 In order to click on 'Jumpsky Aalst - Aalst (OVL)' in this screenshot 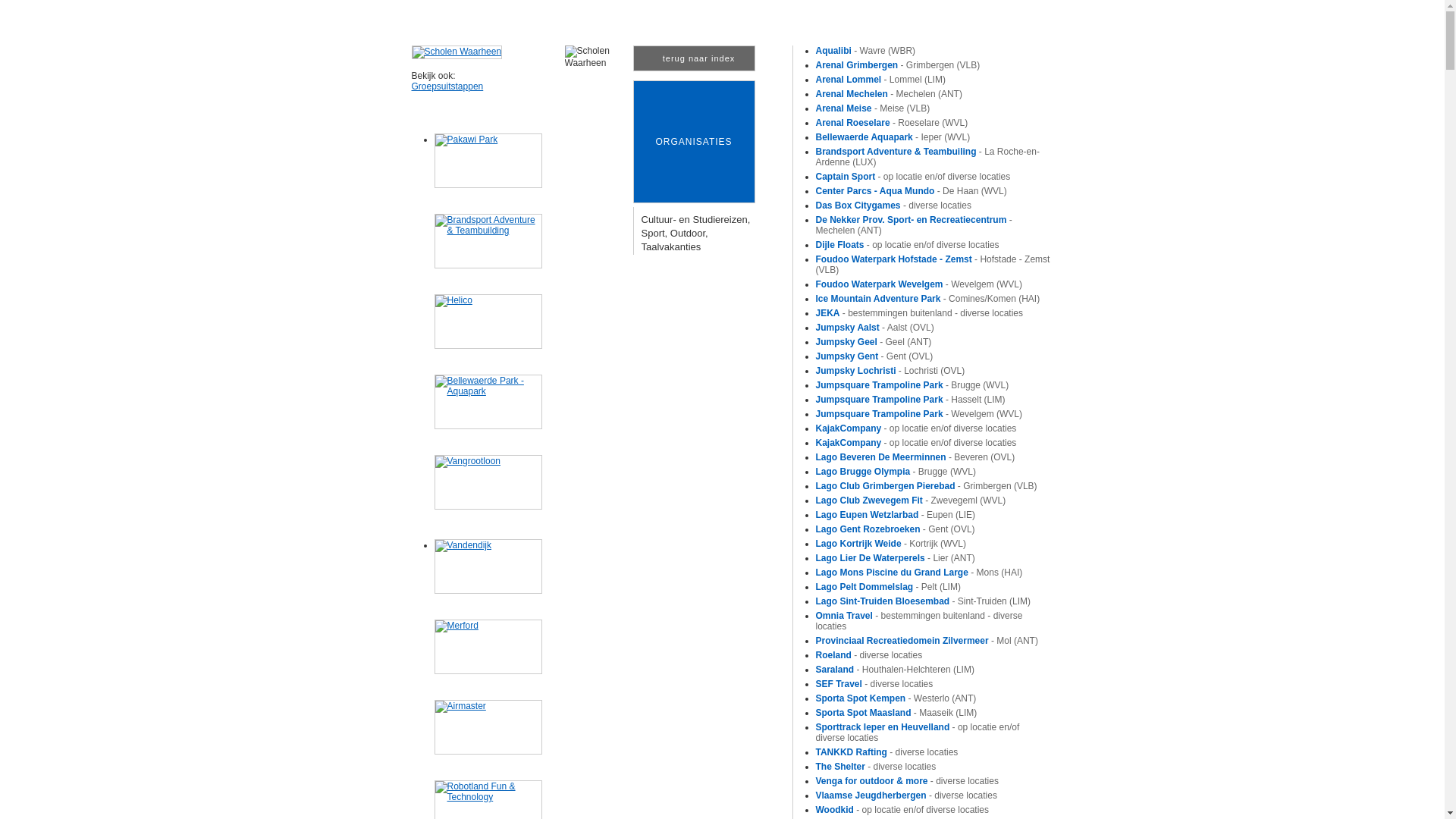, I will do `click(874, 327)`.